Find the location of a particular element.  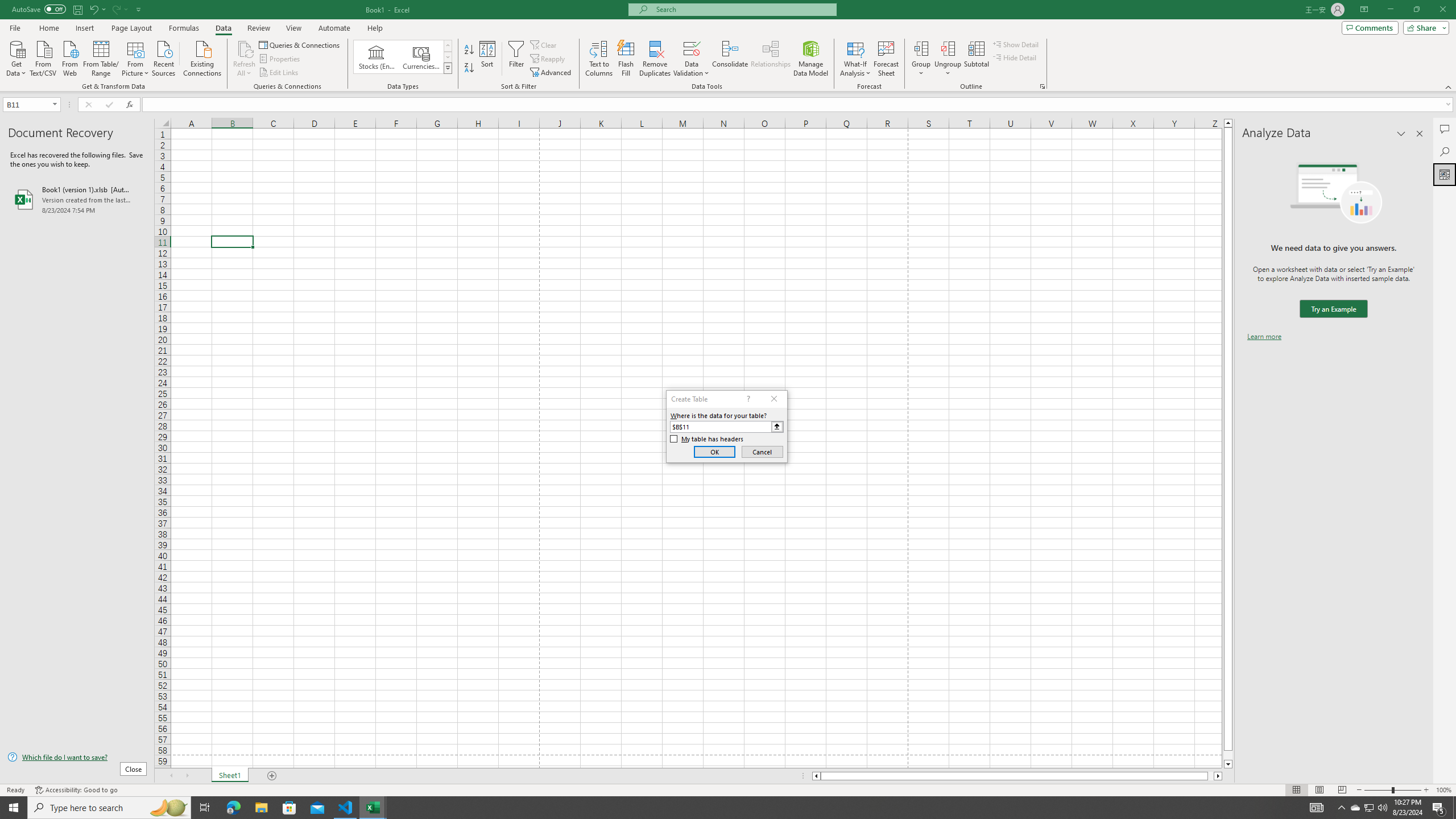

'From Text/CSV' is located at coordinates (43, 57).